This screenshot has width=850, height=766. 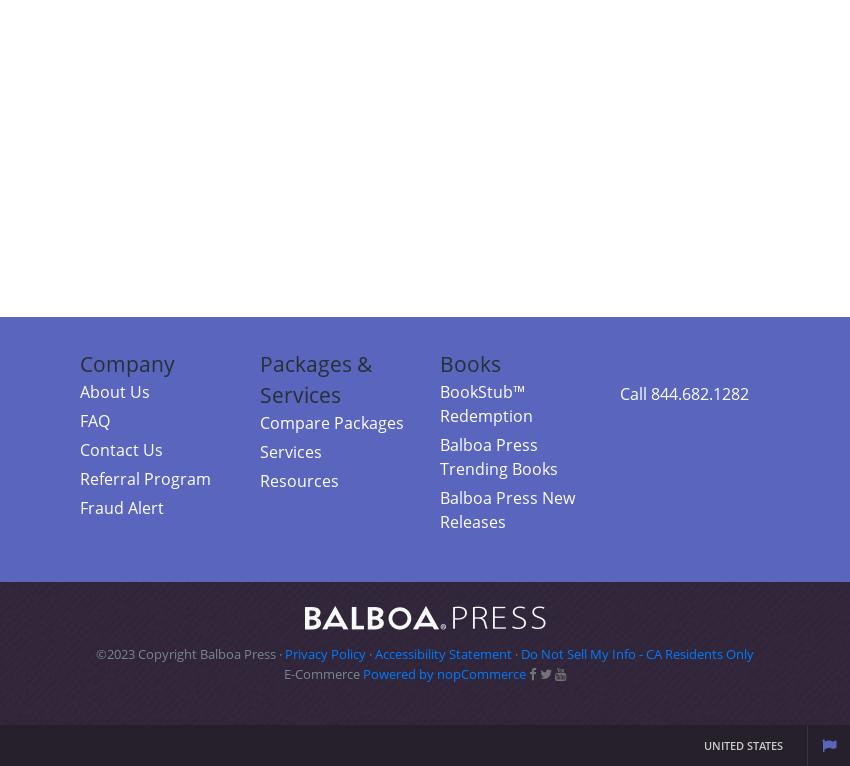 I want to click on 'Contact Us', so click(x=120, y=450).